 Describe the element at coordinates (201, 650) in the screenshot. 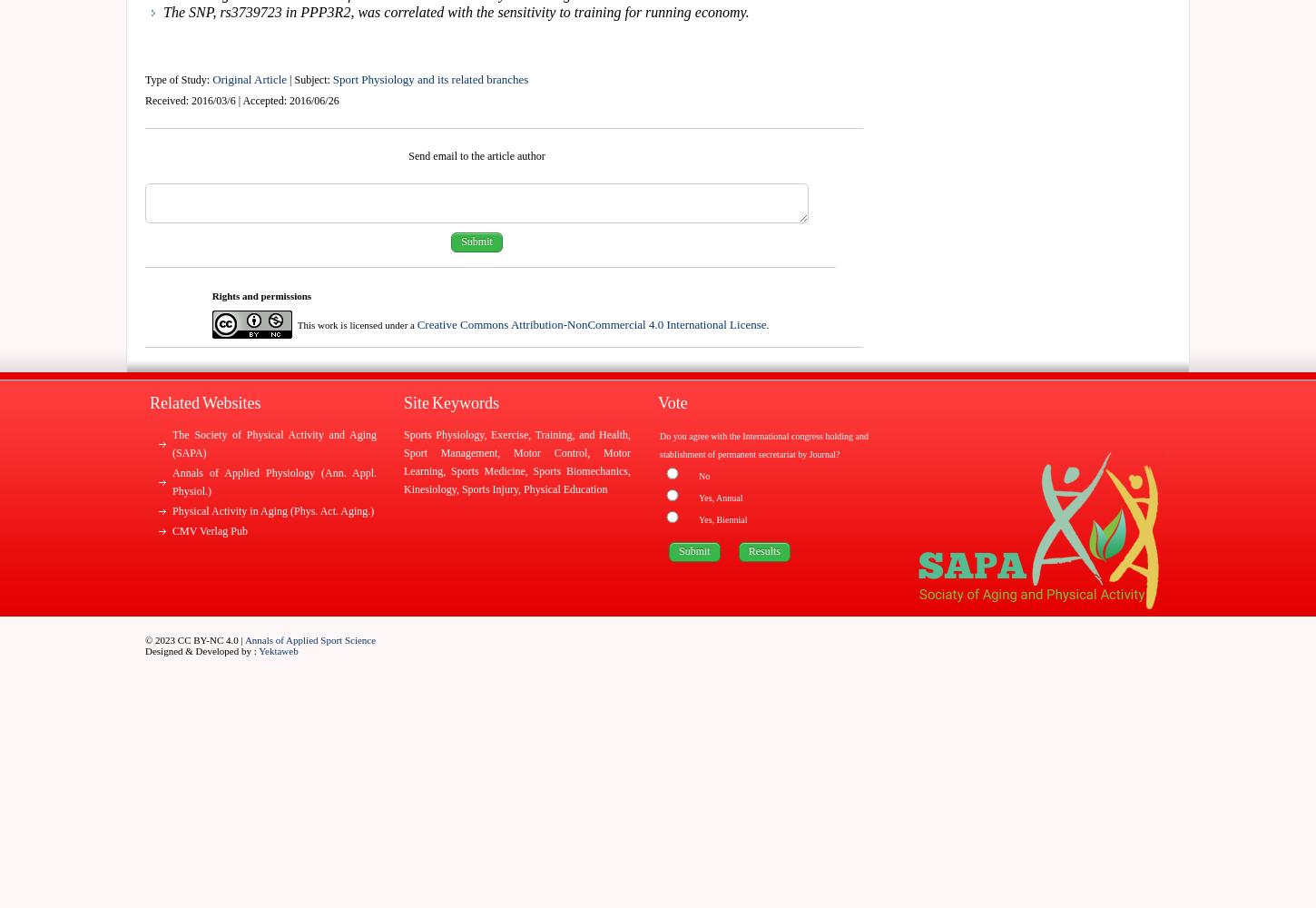

I see `'Designed & Developed by :'` at that location.